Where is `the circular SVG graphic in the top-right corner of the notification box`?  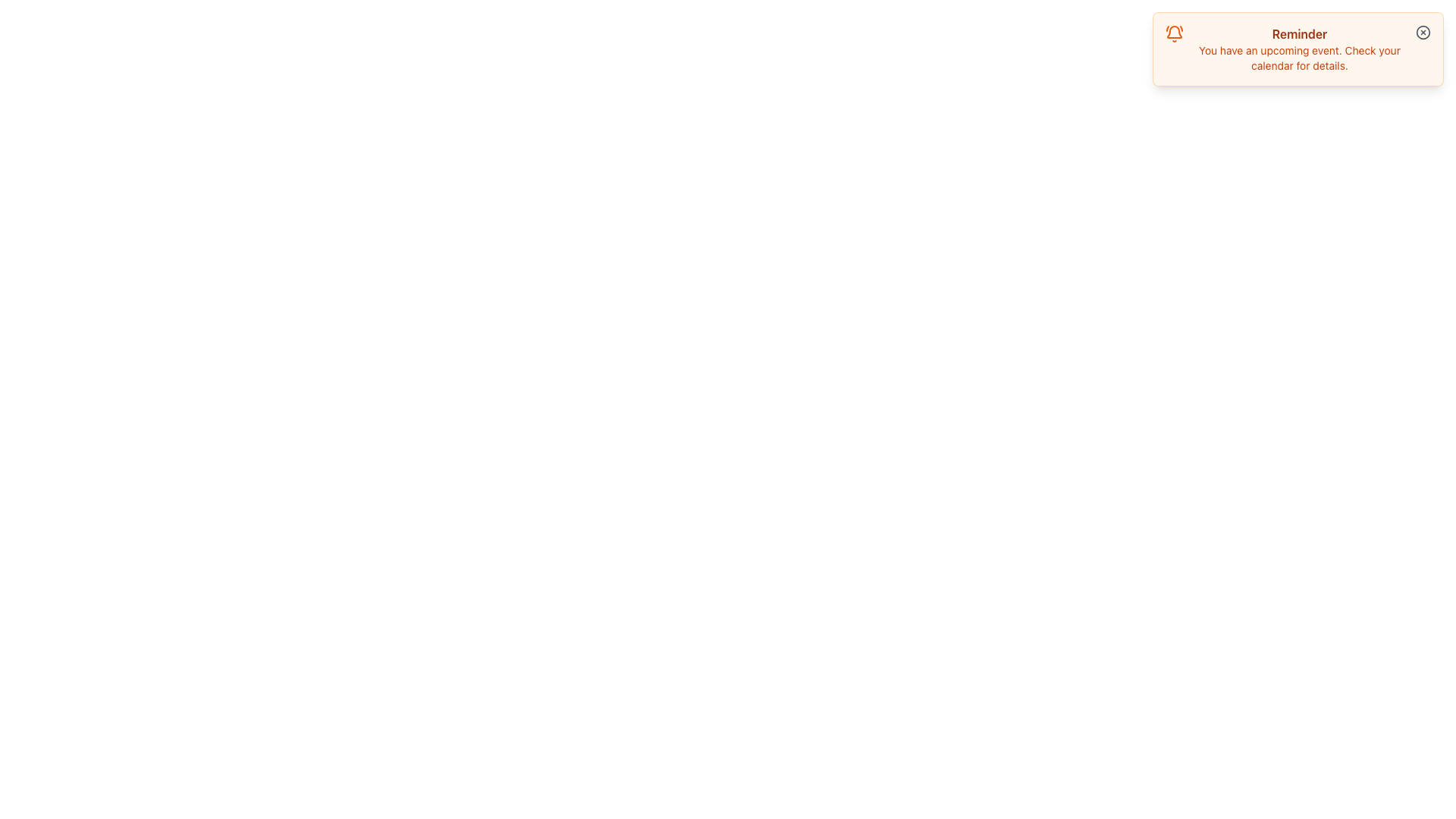 the circular SVG graphic in the top-right corner of the notification box is located at coordinates (1422, 32).